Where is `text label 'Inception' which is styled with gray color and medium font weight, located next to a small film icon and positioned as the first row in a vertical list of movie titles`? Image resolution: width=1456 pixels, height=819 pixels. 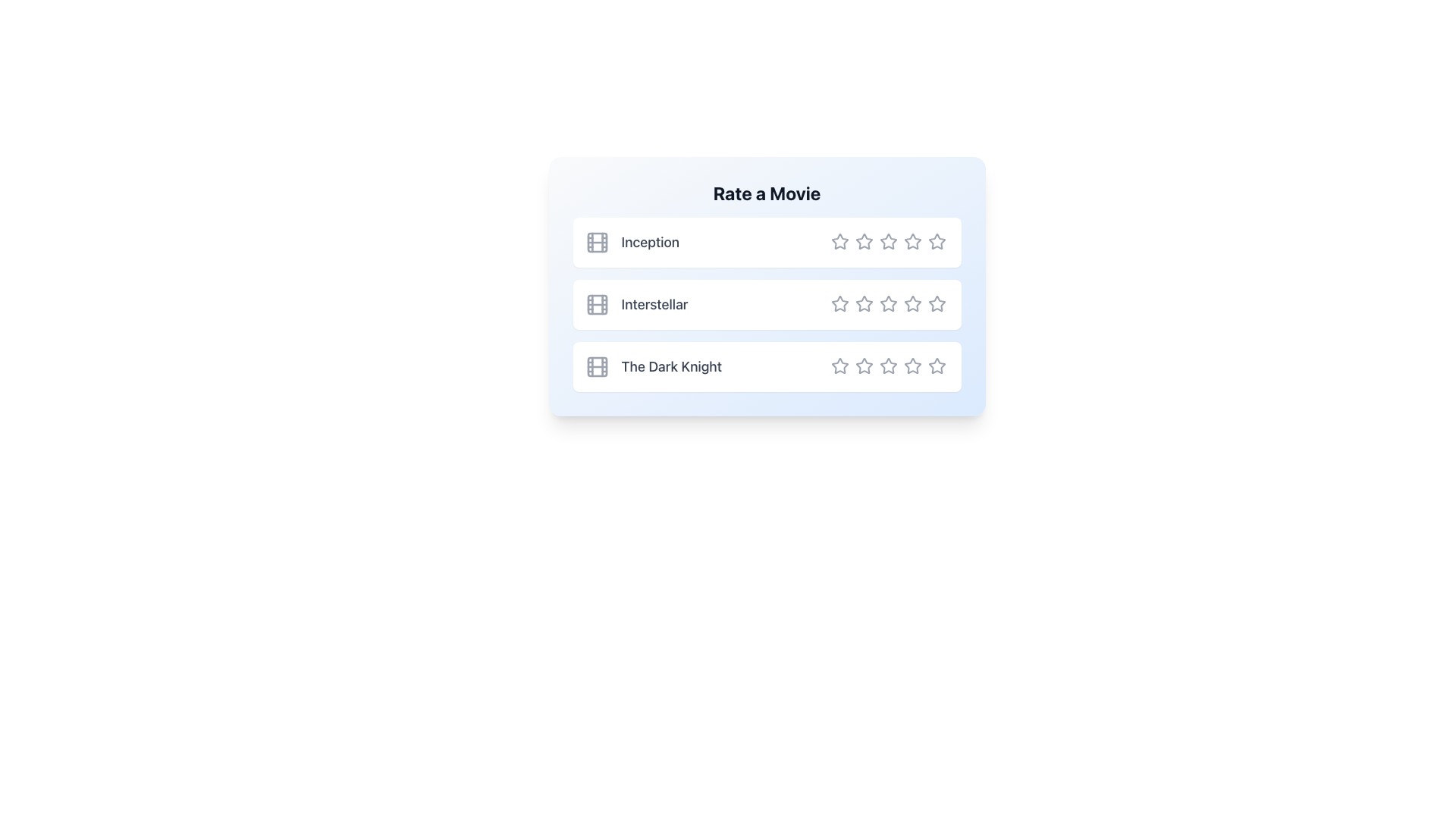
text label 'Inception' which is styled with gray color and medium font weight, located next to a small film icon and positioned as the first row in a vertical list of movie titles is located at coordinates (632, 242).